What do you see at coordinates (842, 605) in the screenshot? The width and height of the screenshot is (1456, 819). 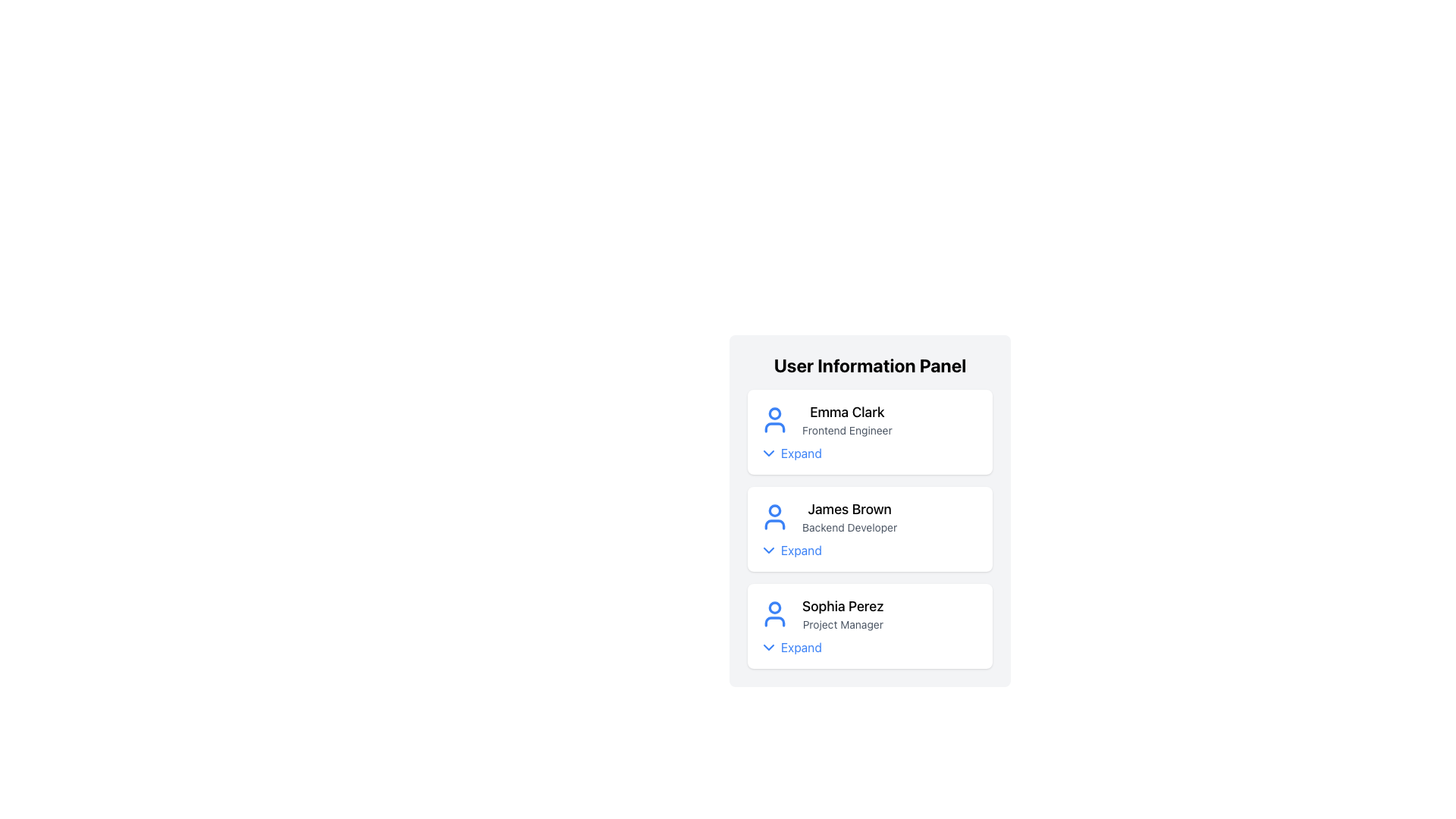 I see `the text label displaying the user's name 'Sophia Perez'` at bounding box center [842, 605].